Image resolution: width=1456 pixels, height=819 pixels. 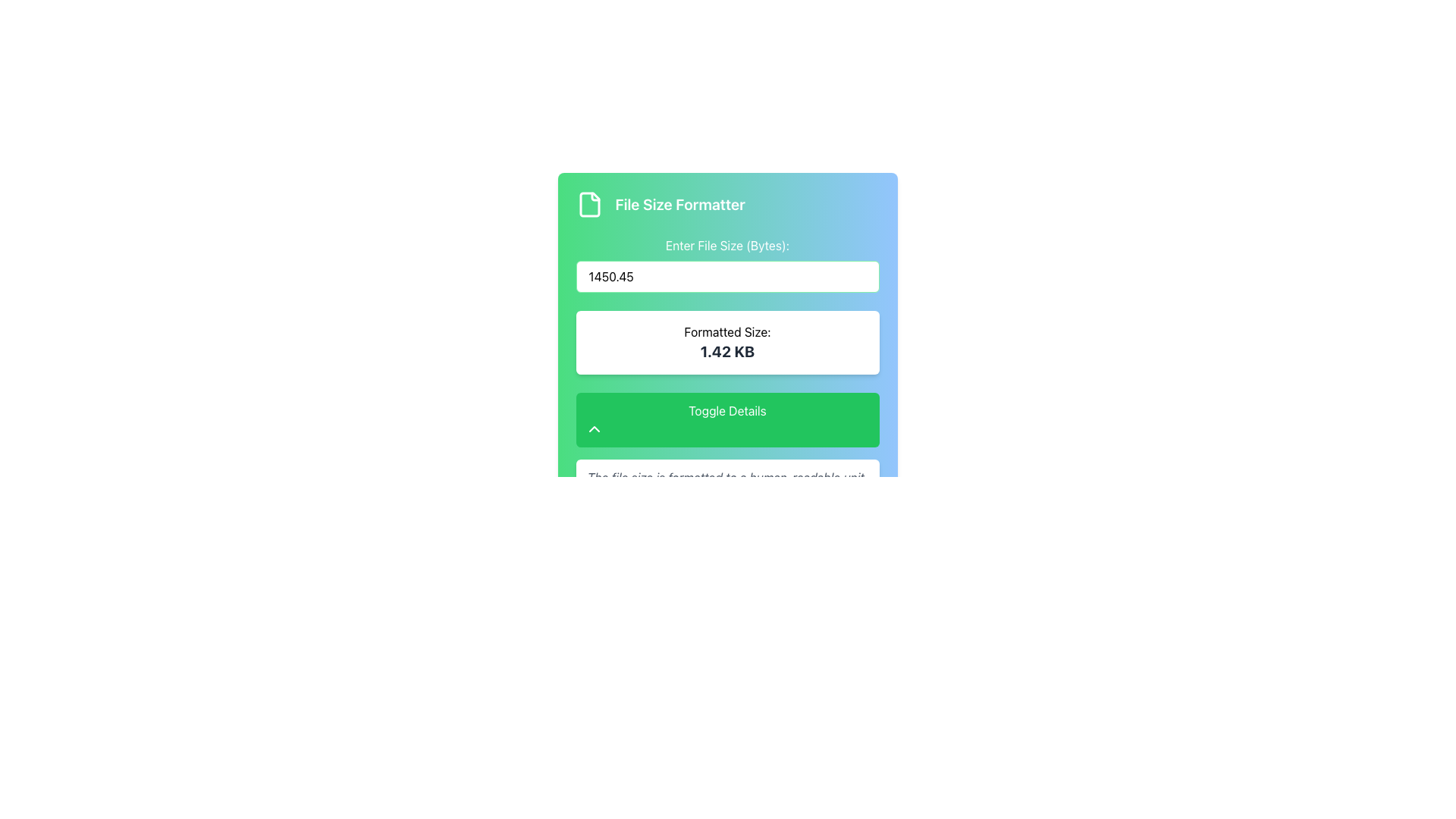 I want to click on the Text Display that shows the formatted file size value, which is located below the label 'Formatted Size:' in the white box, so click(x=726, y=351).